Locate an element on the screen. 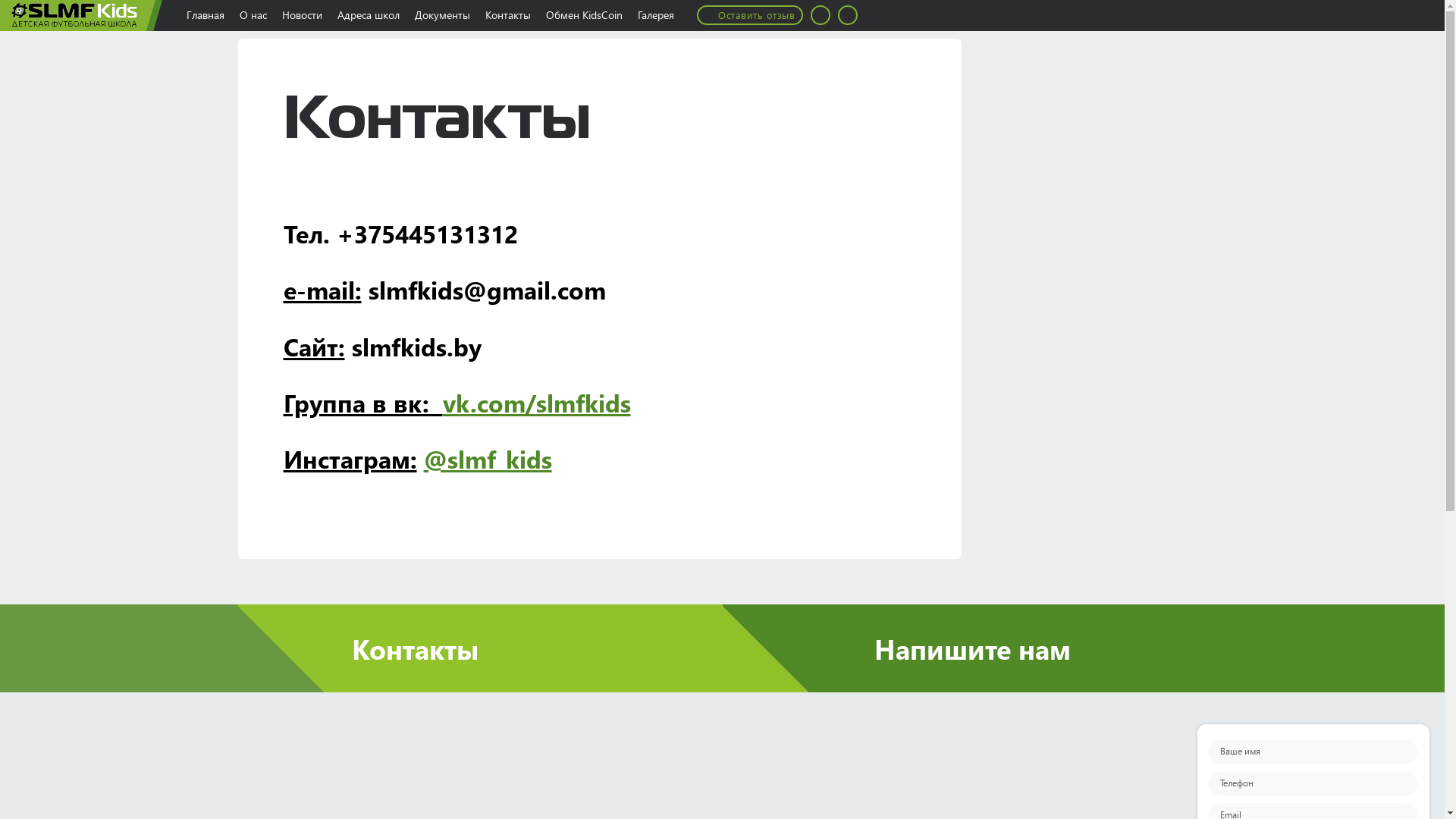 The width and height of the screenshot is (1456, 819). '@slmf_kids' is located at coordinates (487, 457).